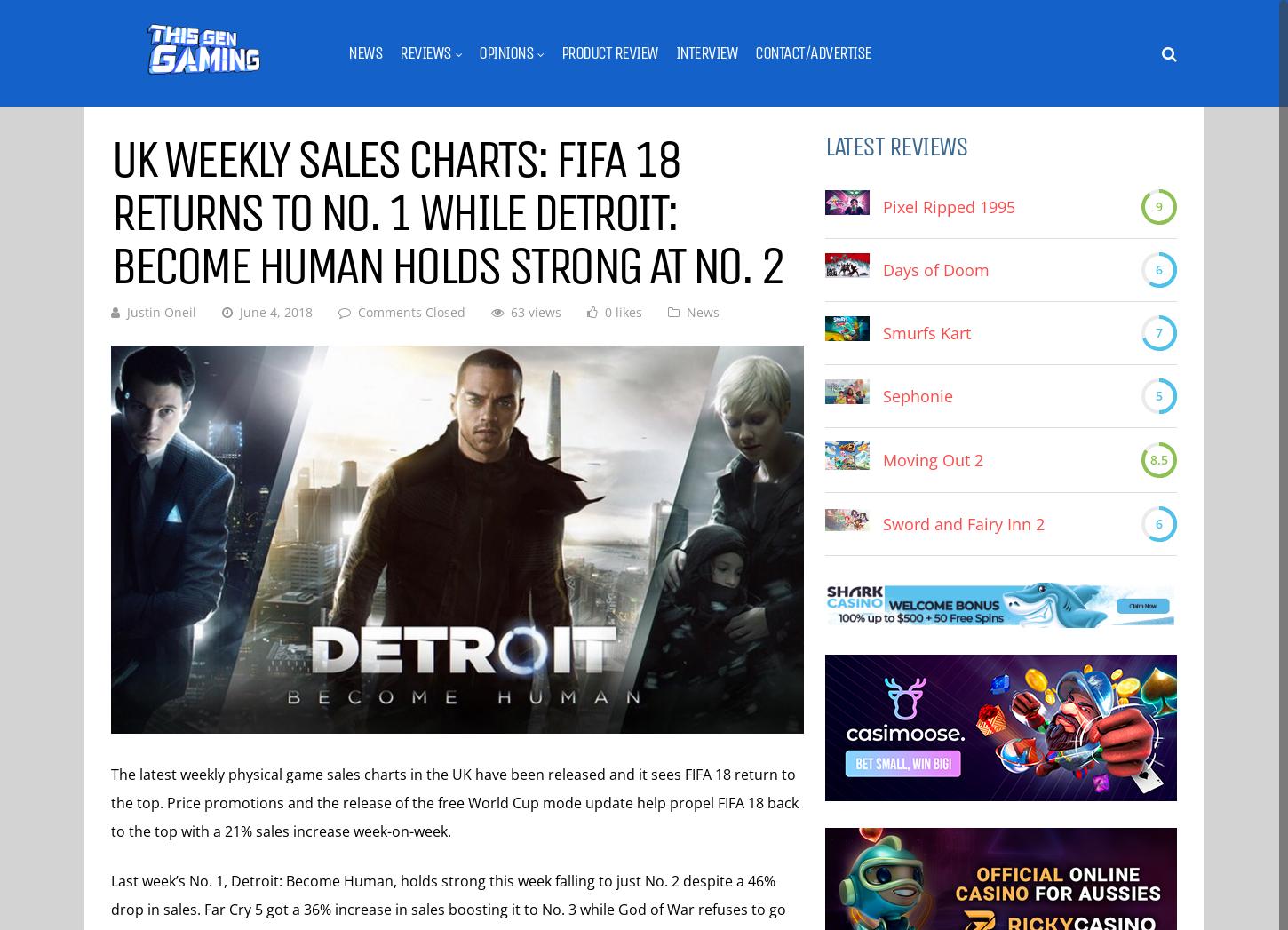  I want to click on '7', so click(1159, 332).